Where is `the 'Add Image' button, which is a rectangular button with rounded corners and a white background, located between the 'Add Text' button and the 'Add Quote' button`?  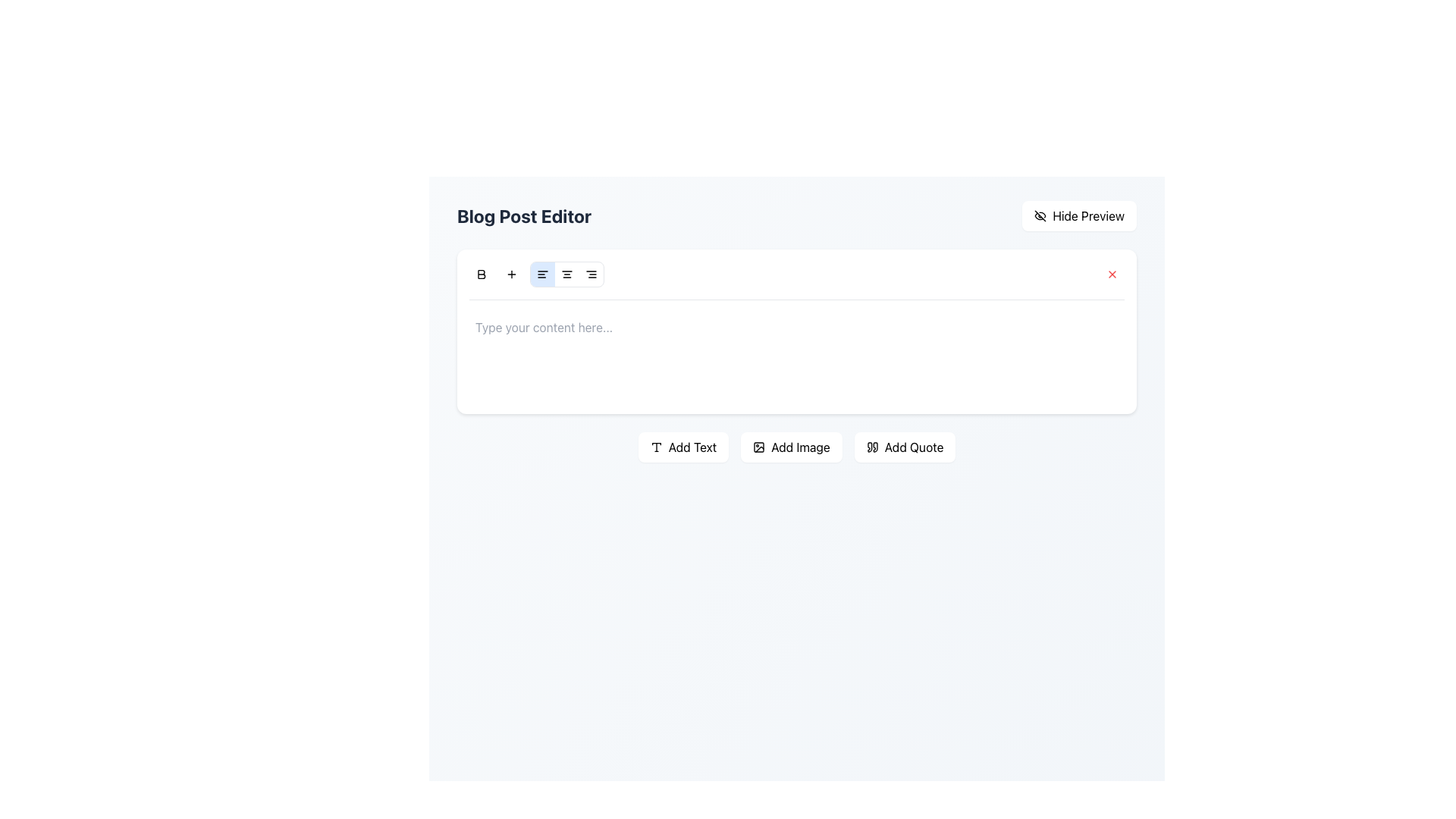
the 'Add Image' button, which is a rectangular button with rounded corners and a white background, located between the 'Add Text' button and the 'Add Quote' button is located at coordinates (790, 447).